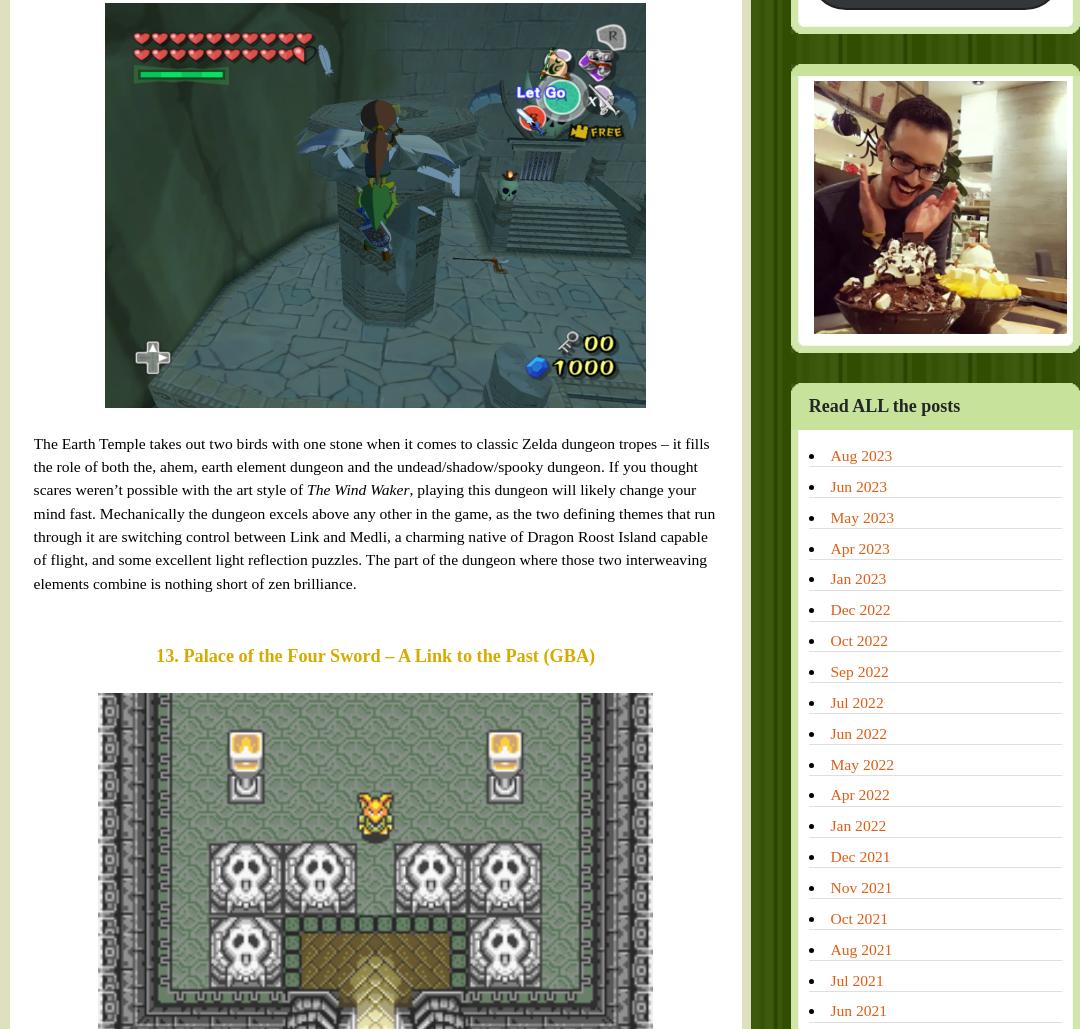 The image size is (1080, 1029). Describe the element at coordinates (308, 45) in the screenshot. I see `'The Earth Temple takes out two birds with one stone when it comes to classic Zelda dungeon tropes – it fills the role of both the, ahem, earth element dungeon and the undead/shadow/spooky dungeon. If you thought scares weren’t possible with the art style of'` at that location.